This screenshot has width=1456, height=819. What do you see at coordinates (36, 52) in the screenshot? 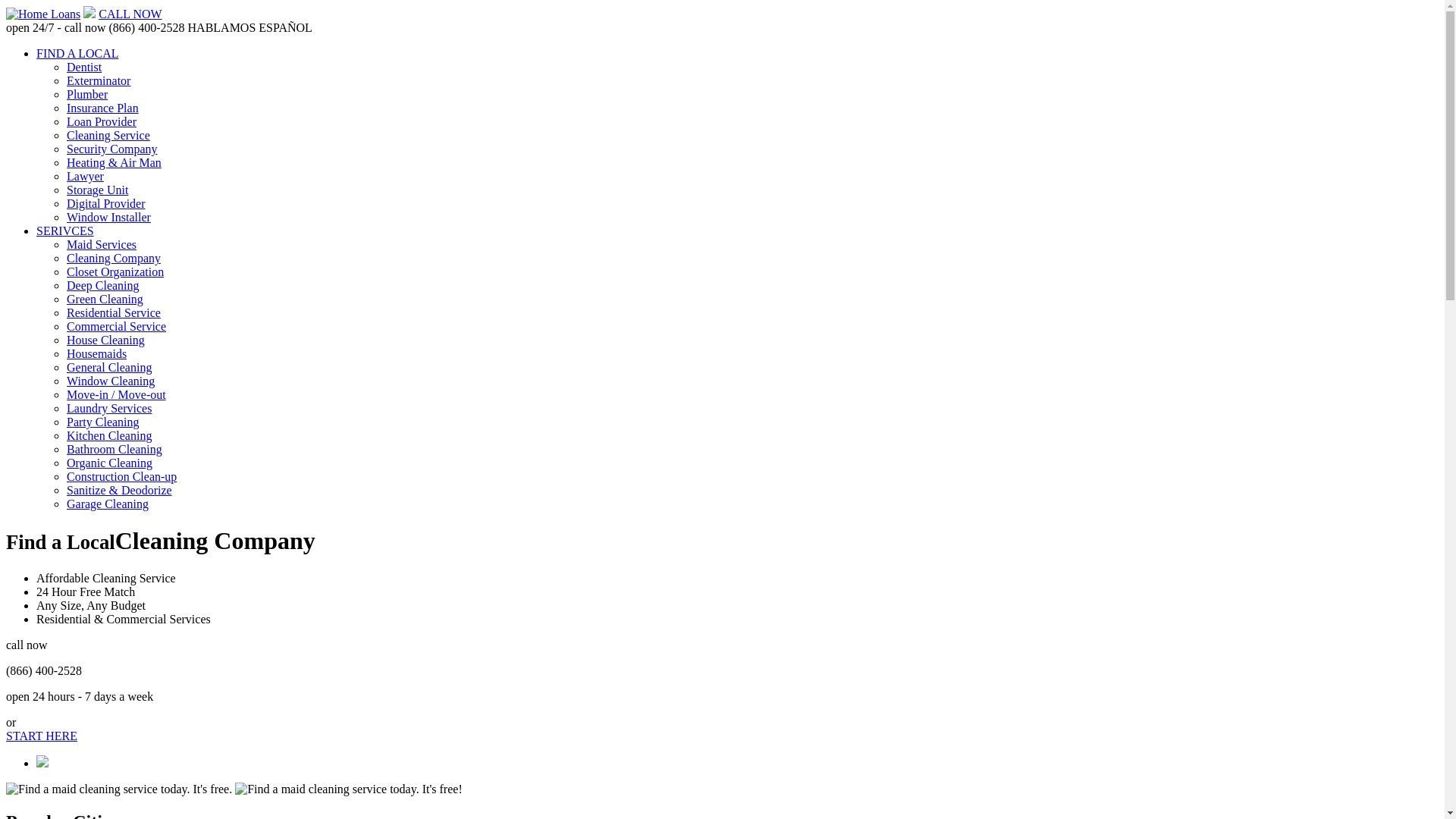
I see `'FIND A LOCAL'` at bounding box center [36, 52].